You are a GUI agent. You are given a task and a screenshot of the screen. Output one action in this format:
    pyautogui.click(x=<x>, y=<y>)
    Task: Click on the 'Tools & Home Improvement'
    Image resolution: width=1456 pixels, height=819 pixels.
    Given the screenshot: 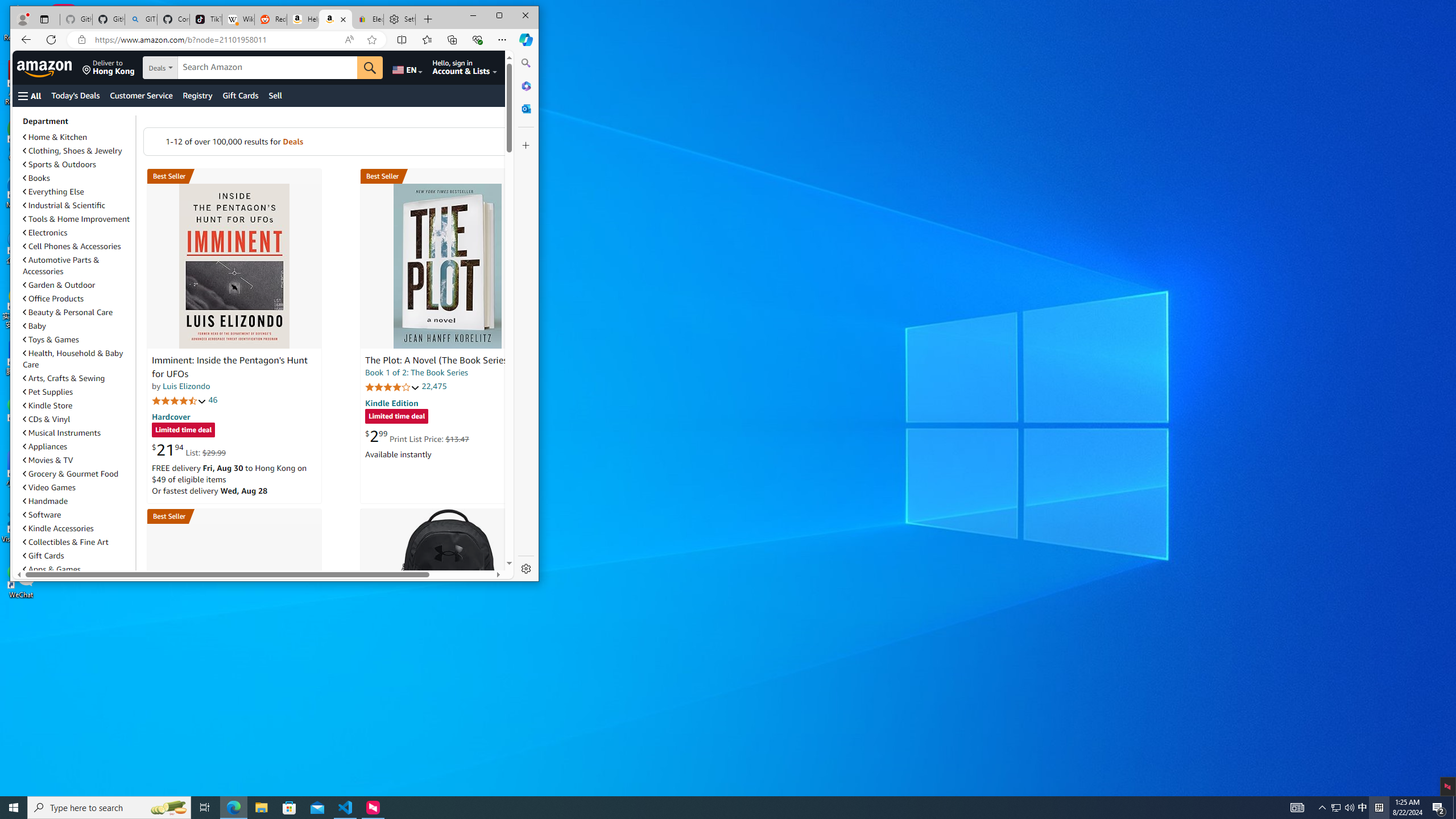 What is the action you would take?
    pyautogui.click(x=76, y=218)
    